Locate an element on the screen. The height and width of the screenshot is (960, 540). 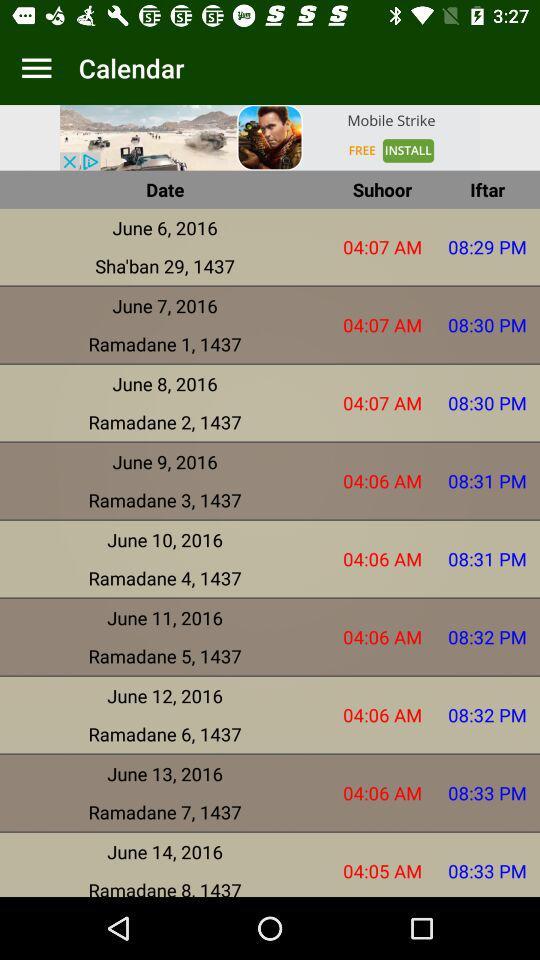
menu option is located at coordinates (36, 68).